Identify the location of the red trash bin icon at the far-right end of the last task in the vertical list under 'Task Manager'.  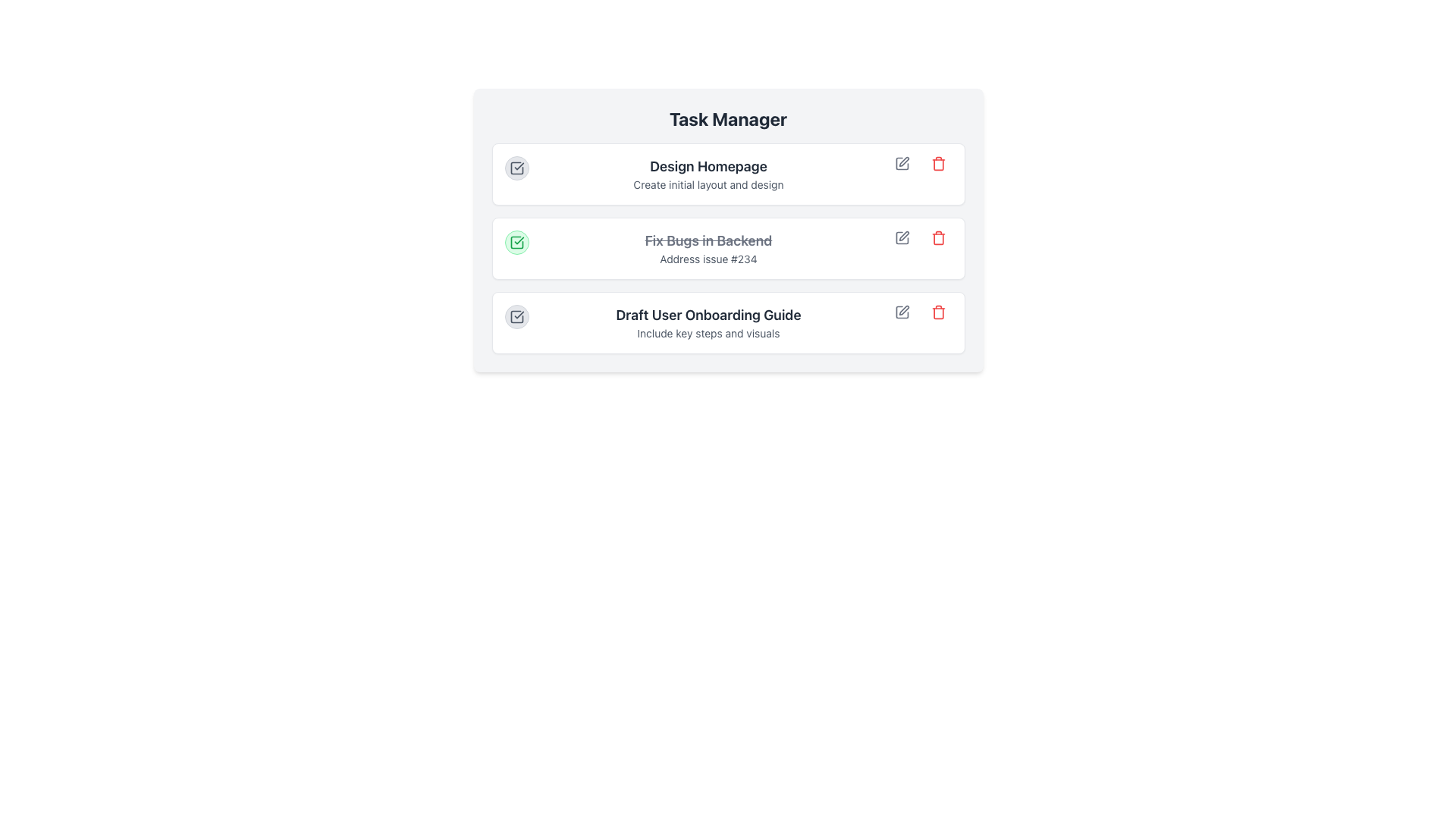
(937, 312).